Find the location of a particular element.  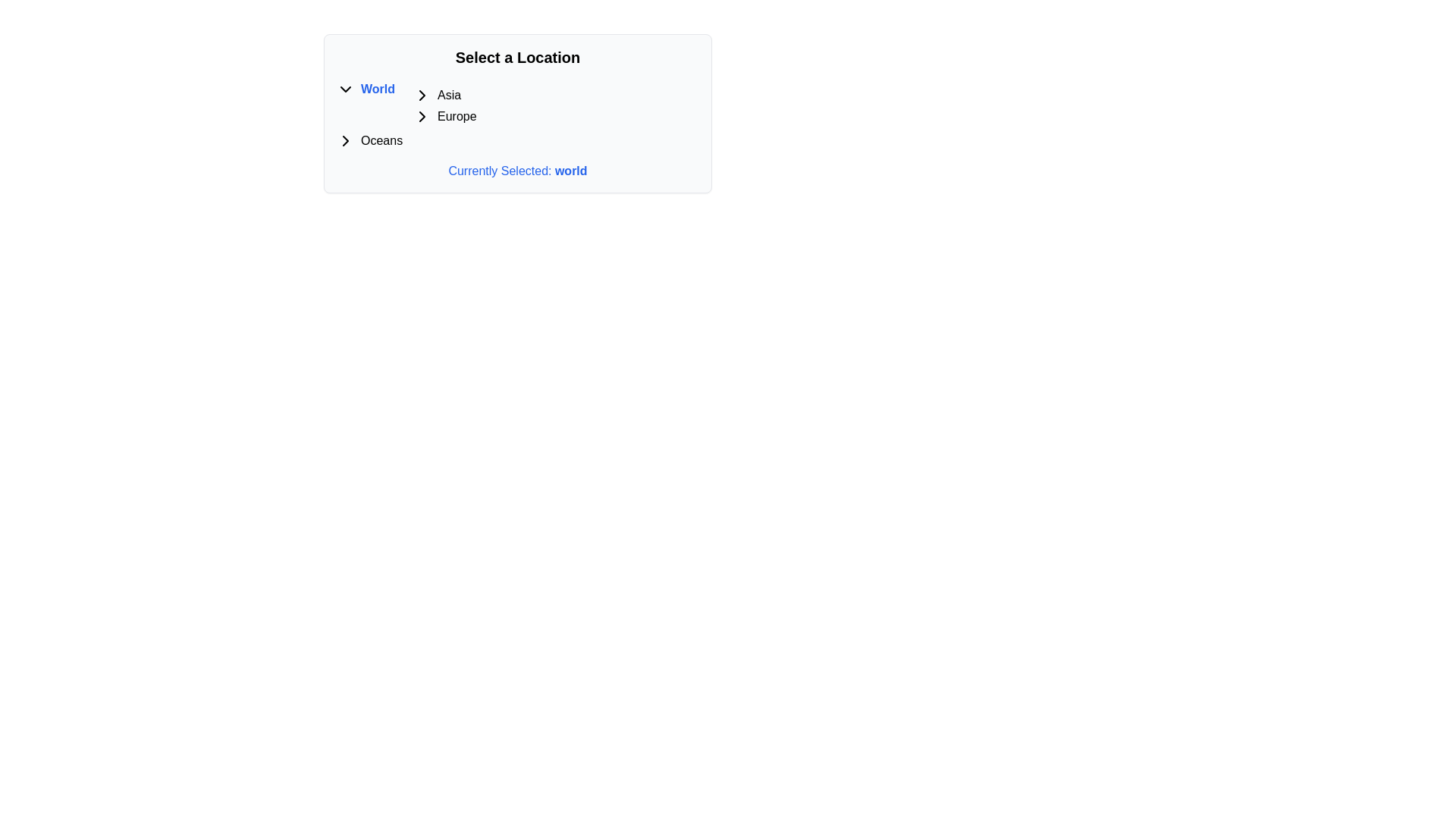

the Dropdown menu list items labeled 'Asia' and 'Europe' is located at coordinates (444, 105).